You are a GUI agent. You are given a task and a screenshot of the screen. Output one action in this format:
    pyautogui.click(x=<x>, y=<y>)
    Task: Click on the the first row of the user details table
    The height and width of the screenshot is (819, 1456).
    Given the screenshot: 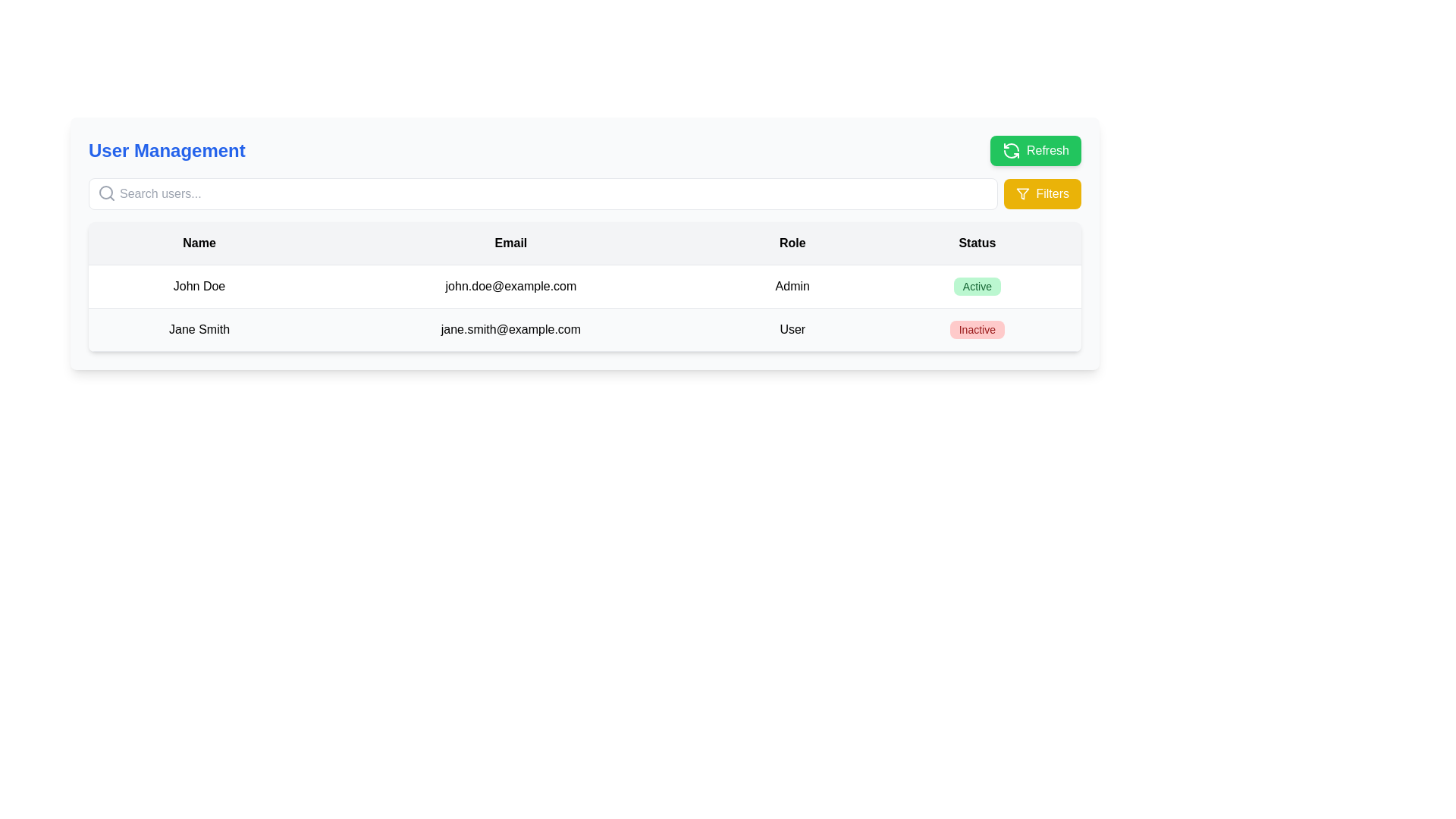 What is the action you would take?
    pyautogui.click(x=584, y=287)
    